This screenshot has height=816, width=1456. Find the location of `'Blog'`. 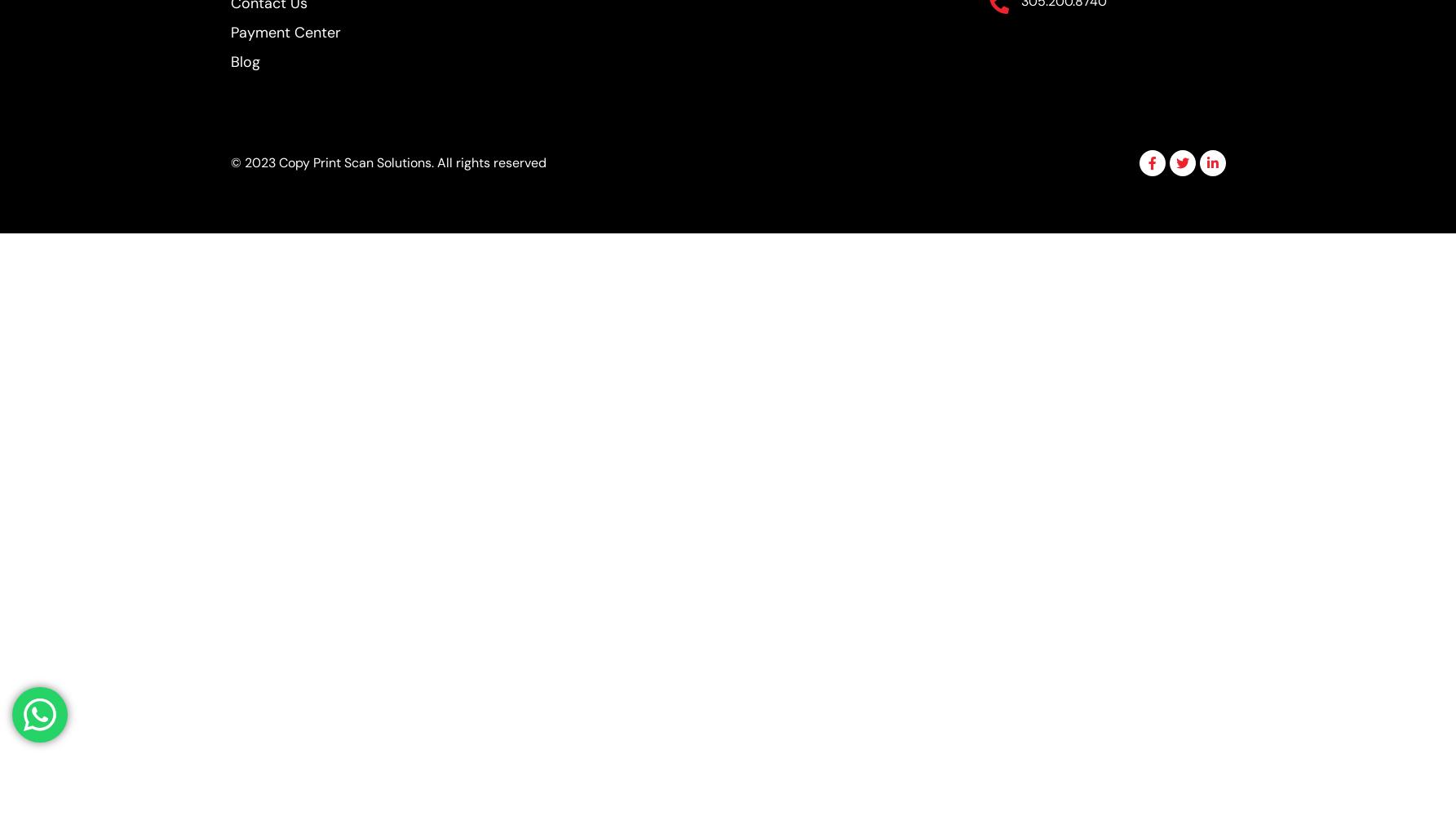

'Blog' is located at coordinates (245, 61).